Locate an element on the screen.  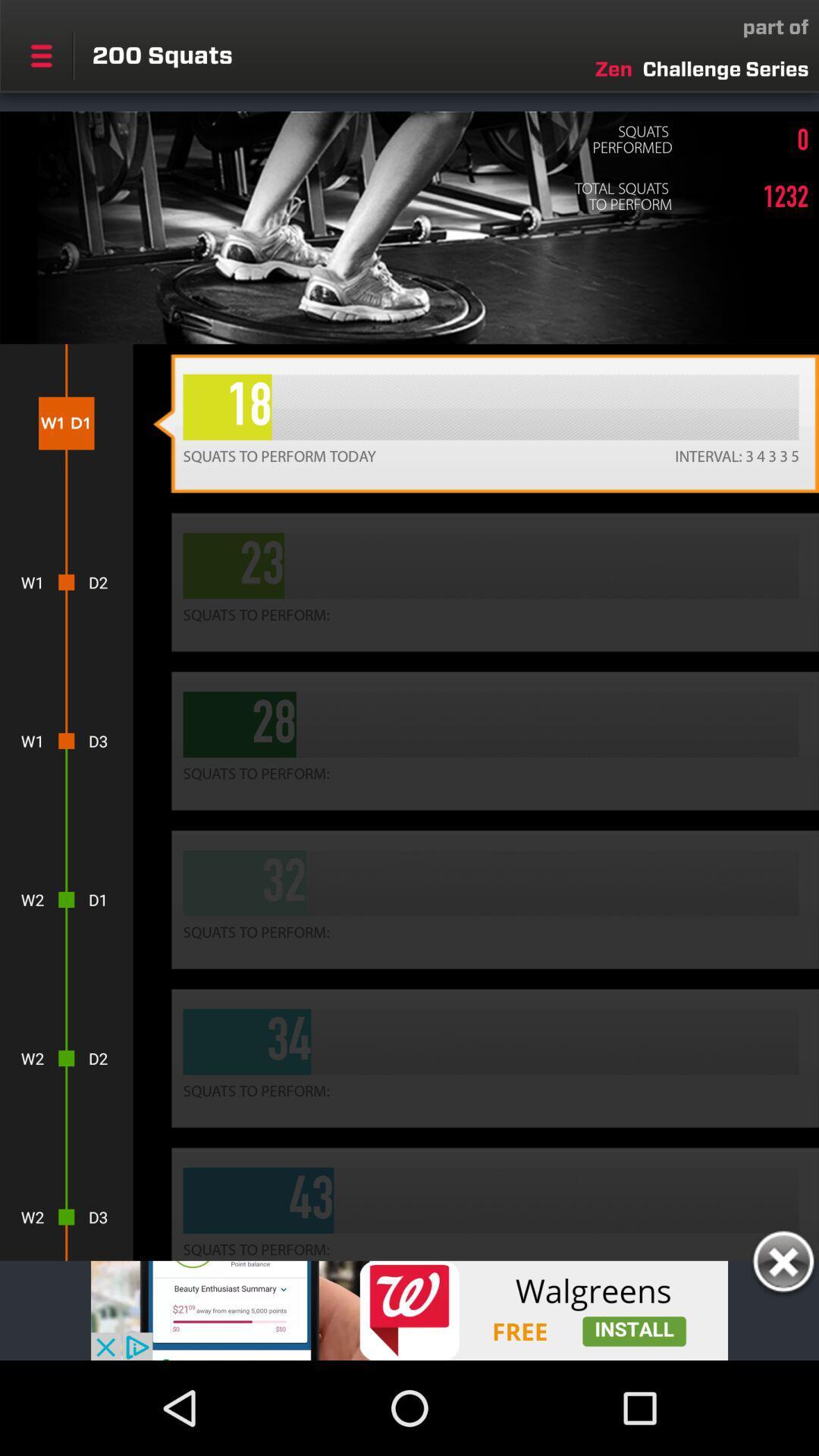
the button which is right to d1 is located at coordinates (485, 899).